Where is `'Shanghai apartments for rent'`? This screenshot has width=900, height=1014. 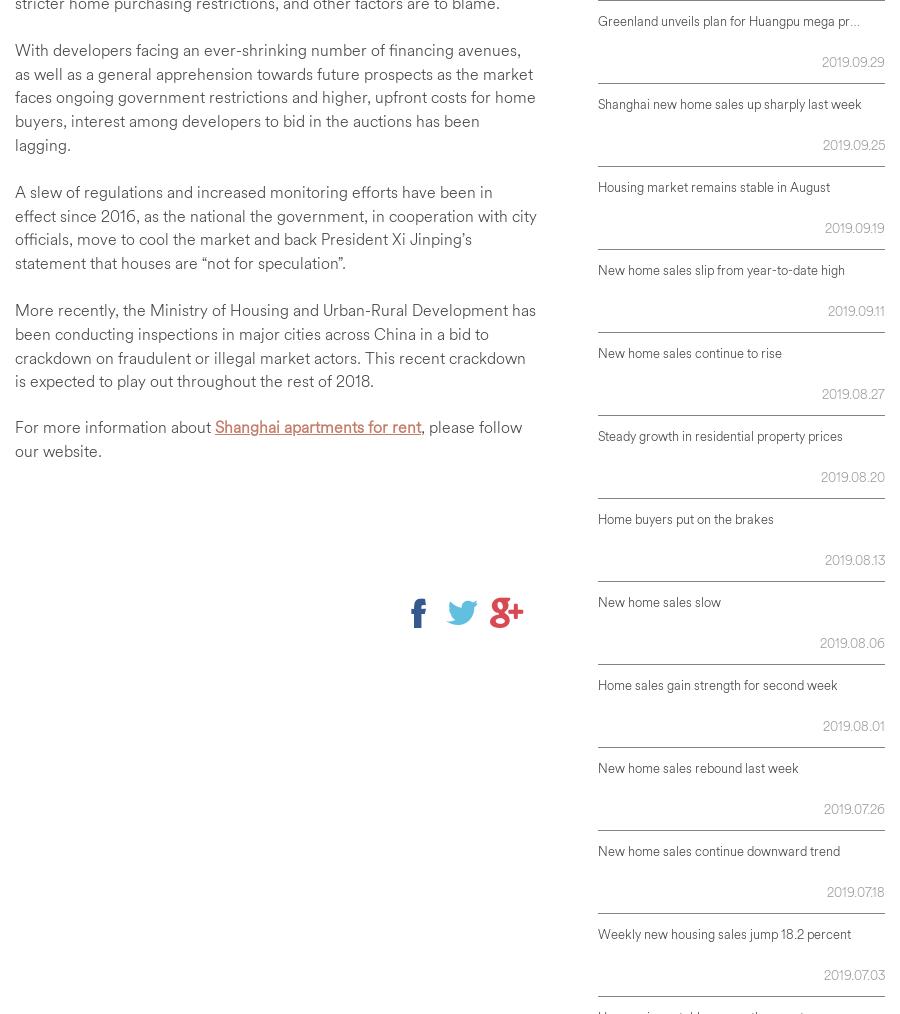 'Shanghai apartments for rent' is located at coordinates (316, 425).